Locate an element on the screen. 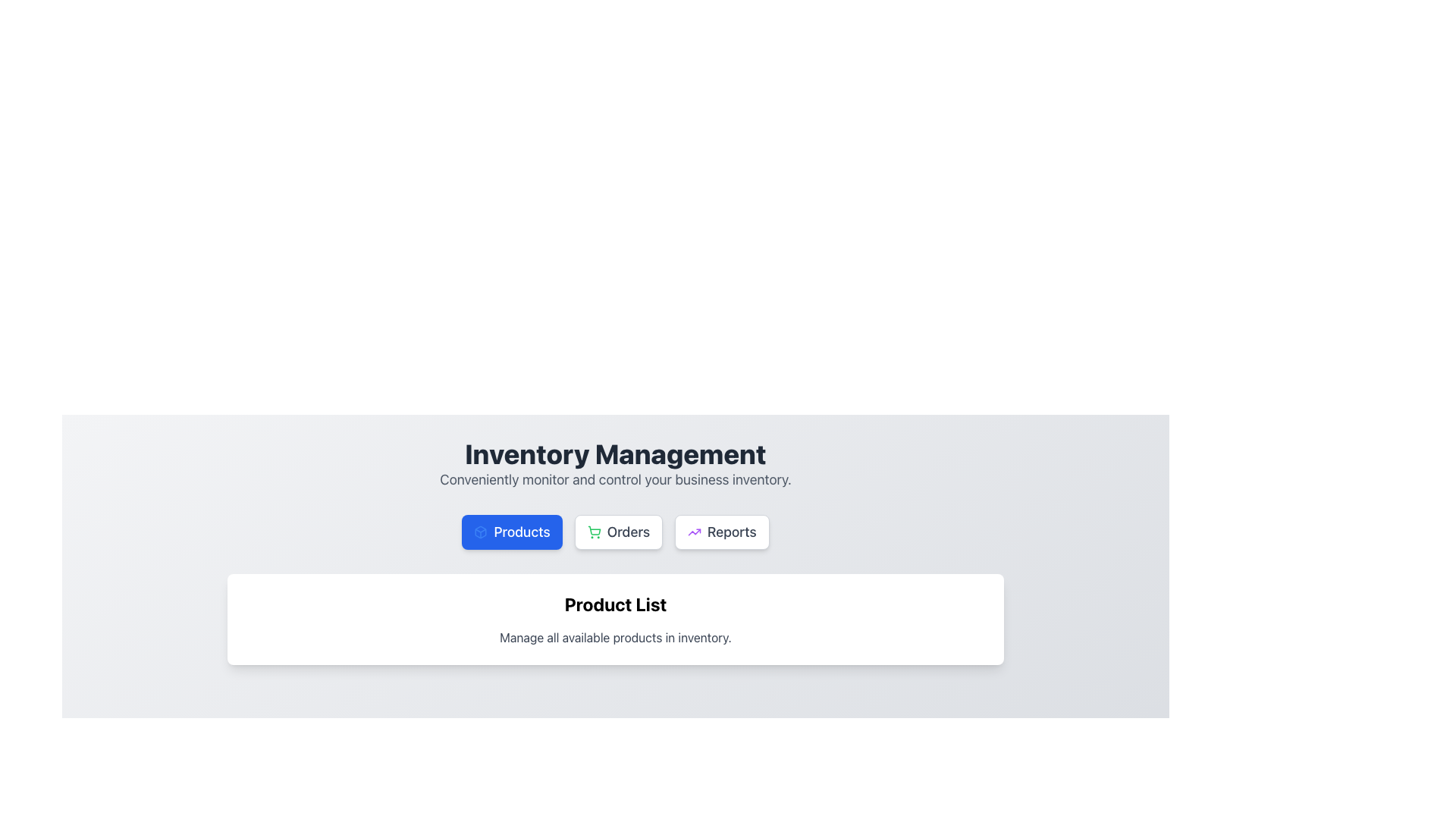  the Text Block containing the heading 'Inventory Management' and description 'Conveniently monitor and control your business inventory.' which is located at the top of the section above the buttons labeled 'Products', 'Orders', and 'Reports' is located at coordinates (615, 464).